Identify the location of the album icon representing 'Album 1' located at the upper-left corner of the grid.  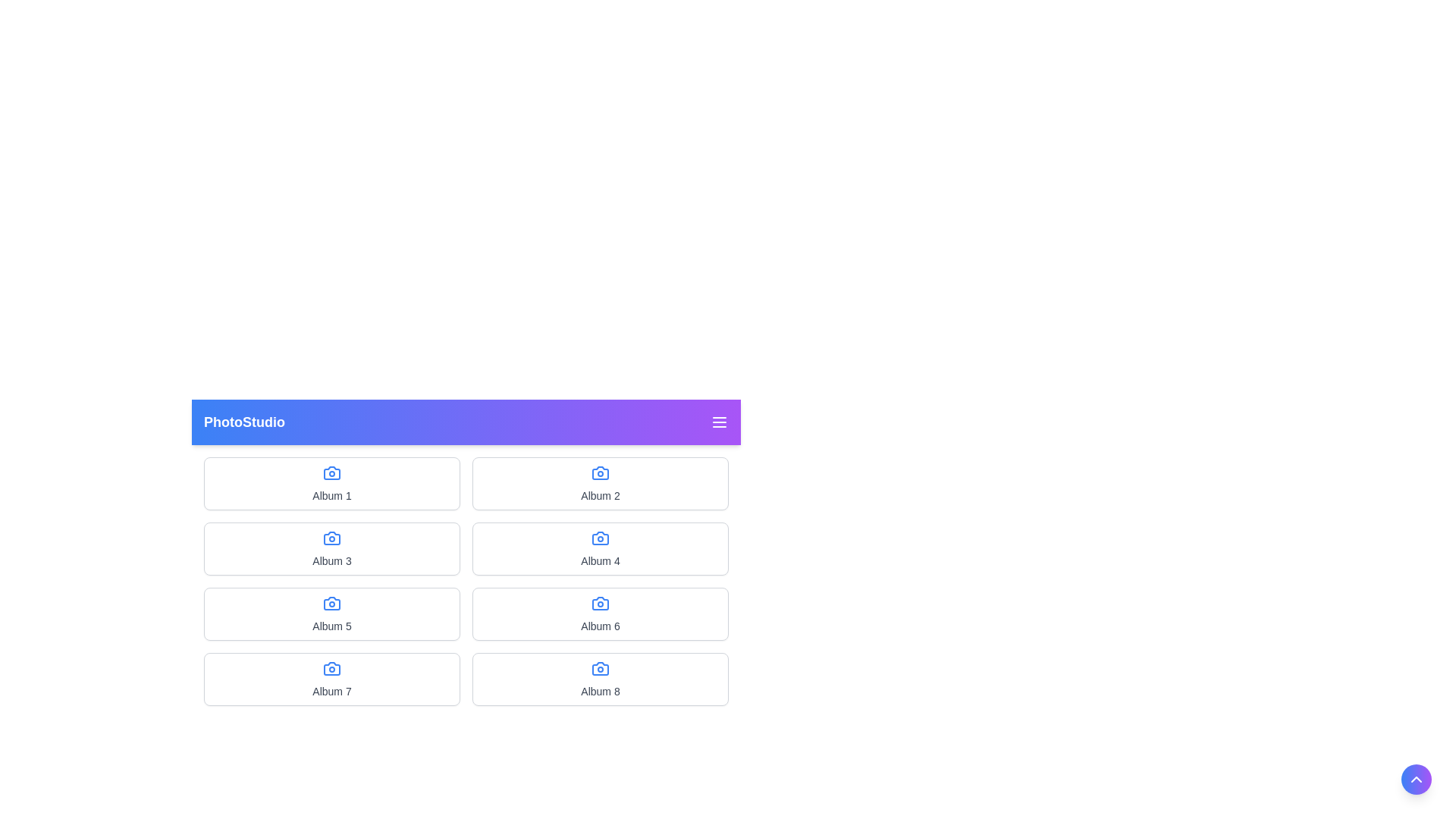
(331, 472).